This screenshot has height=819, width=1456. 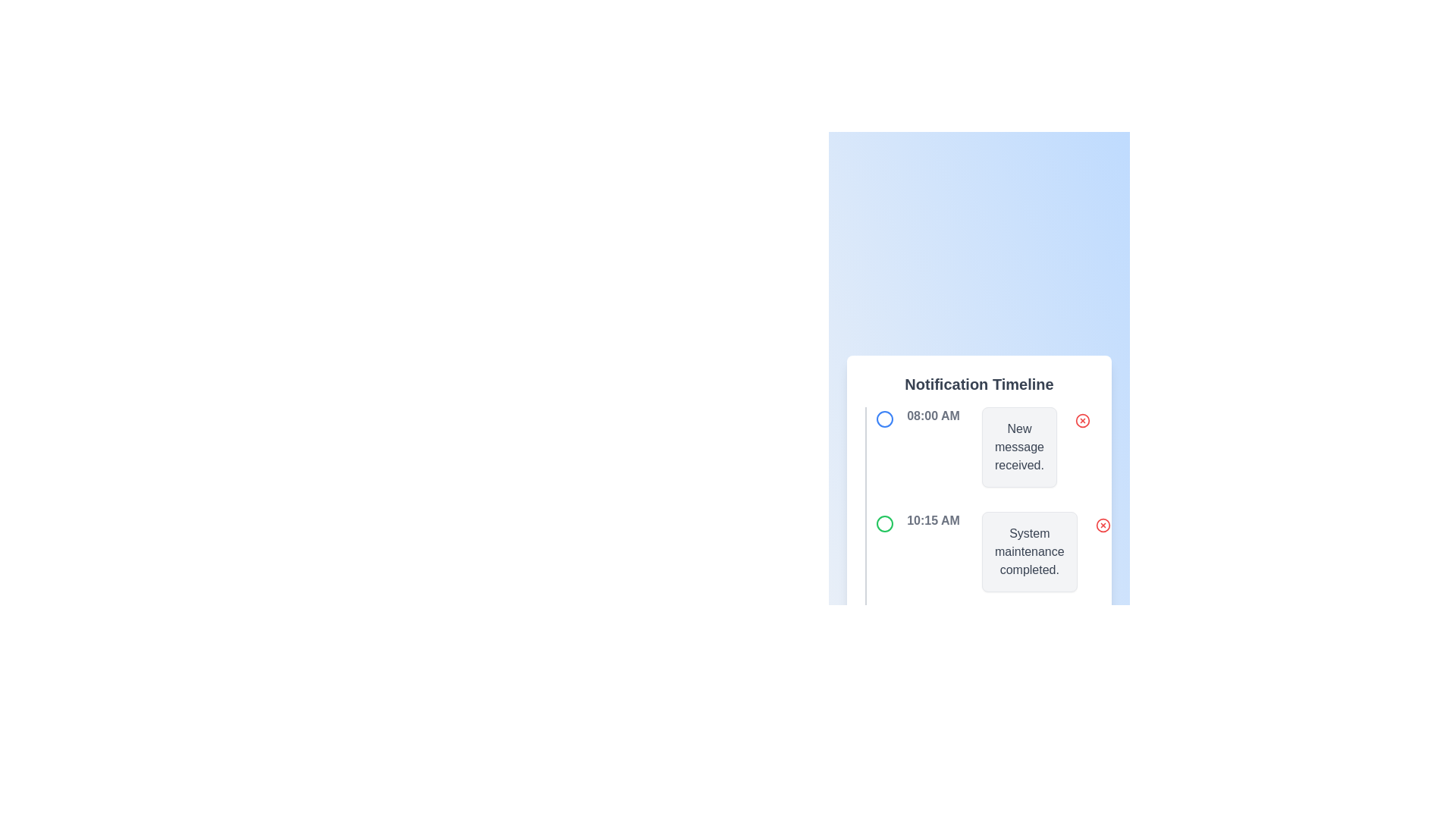 I want to click on the green circular icon with a white center that indicates a status or event, located to the left of the text '10:15 AM' in the notification timeline, so click(x=884, y=522).